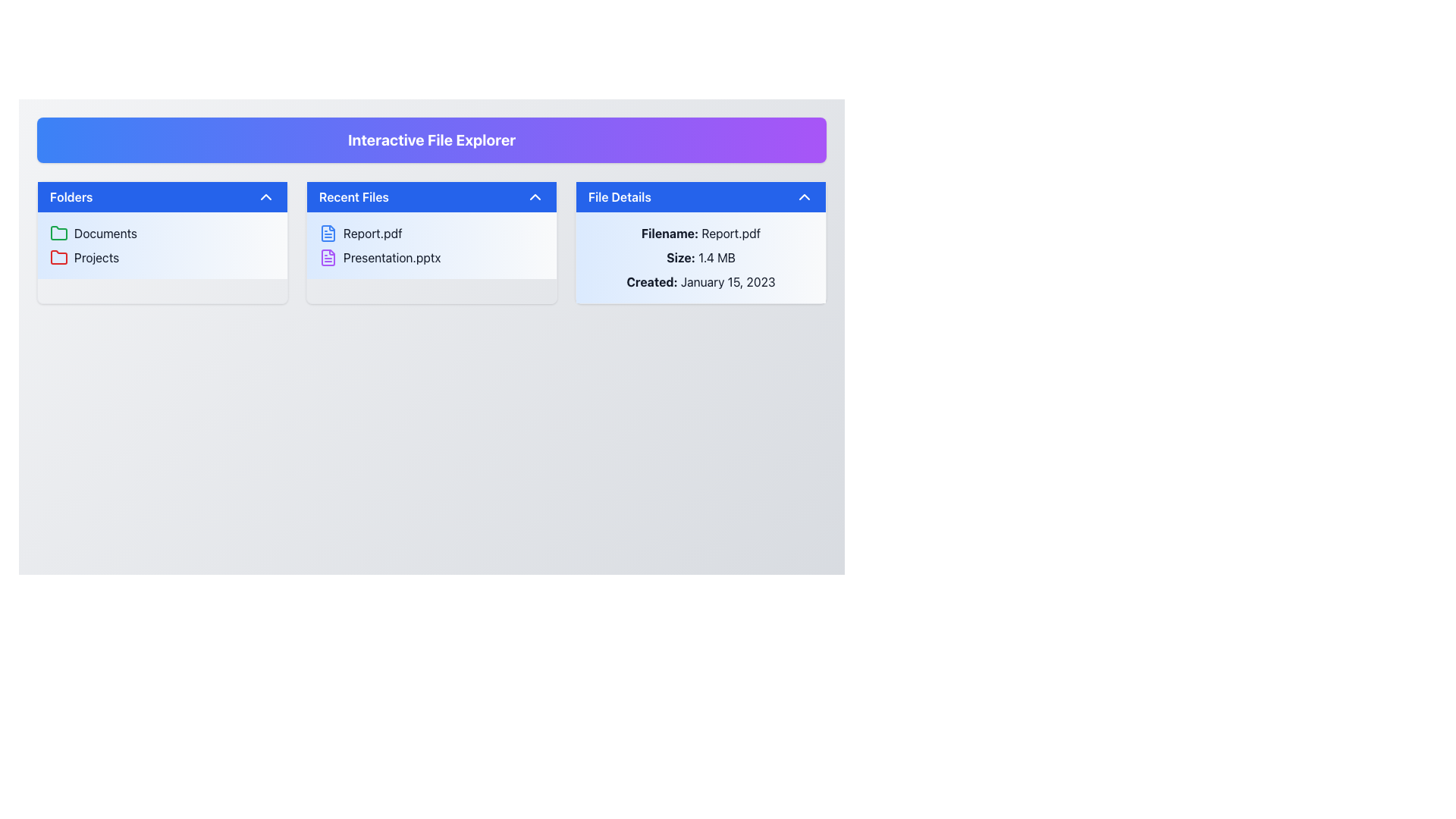  What do you see at coordinates (327, 256) in the screenshot?
I see `the purple file icon resembling a document with horizontal lines and a folded corner, located to the left of the 'Presentation.pptx' text in the 'Recent Files' section` at bounding box center [327, 256].